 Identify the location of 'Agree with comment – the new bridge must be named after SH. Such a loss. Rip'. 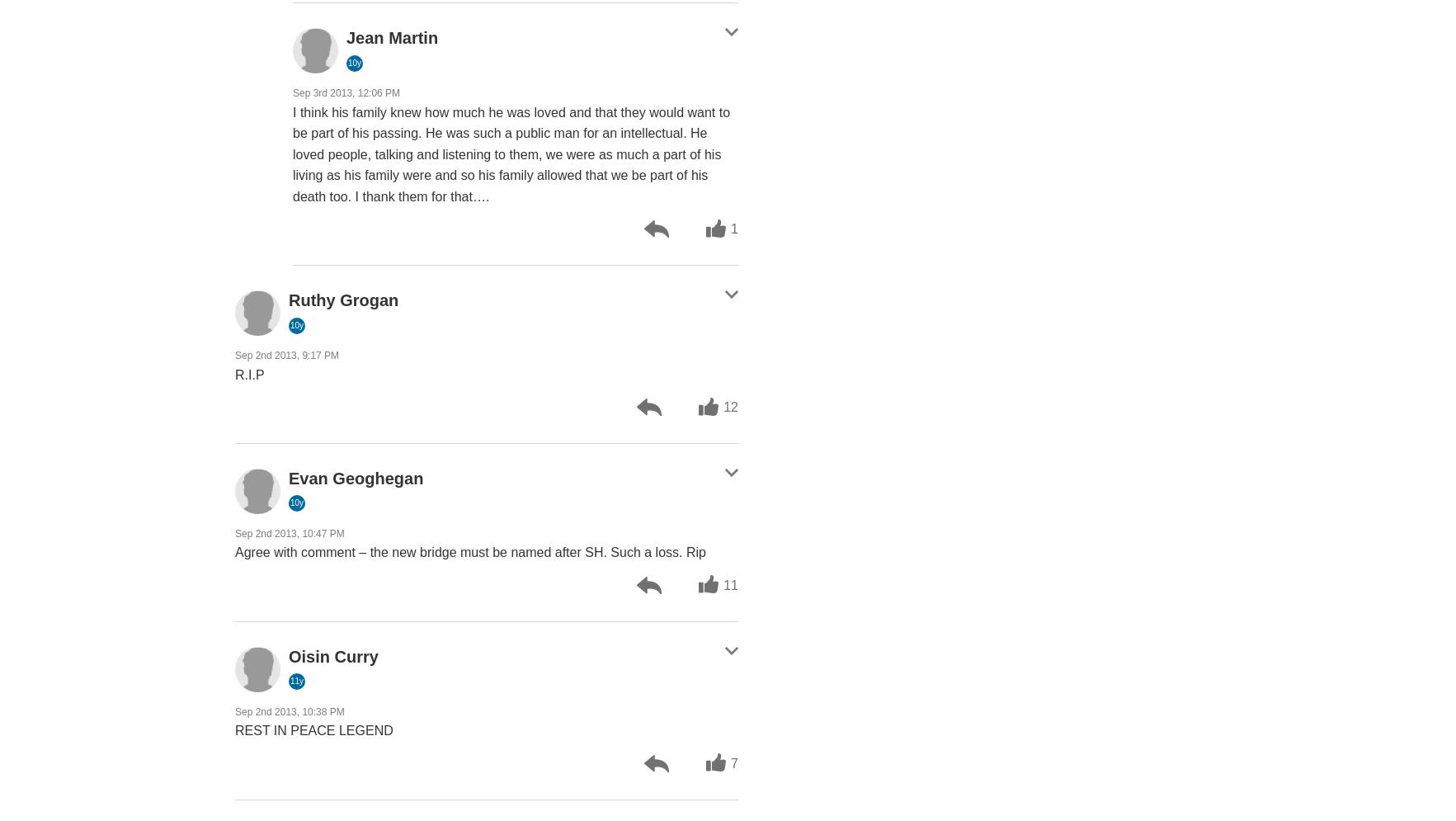
(469, 551).